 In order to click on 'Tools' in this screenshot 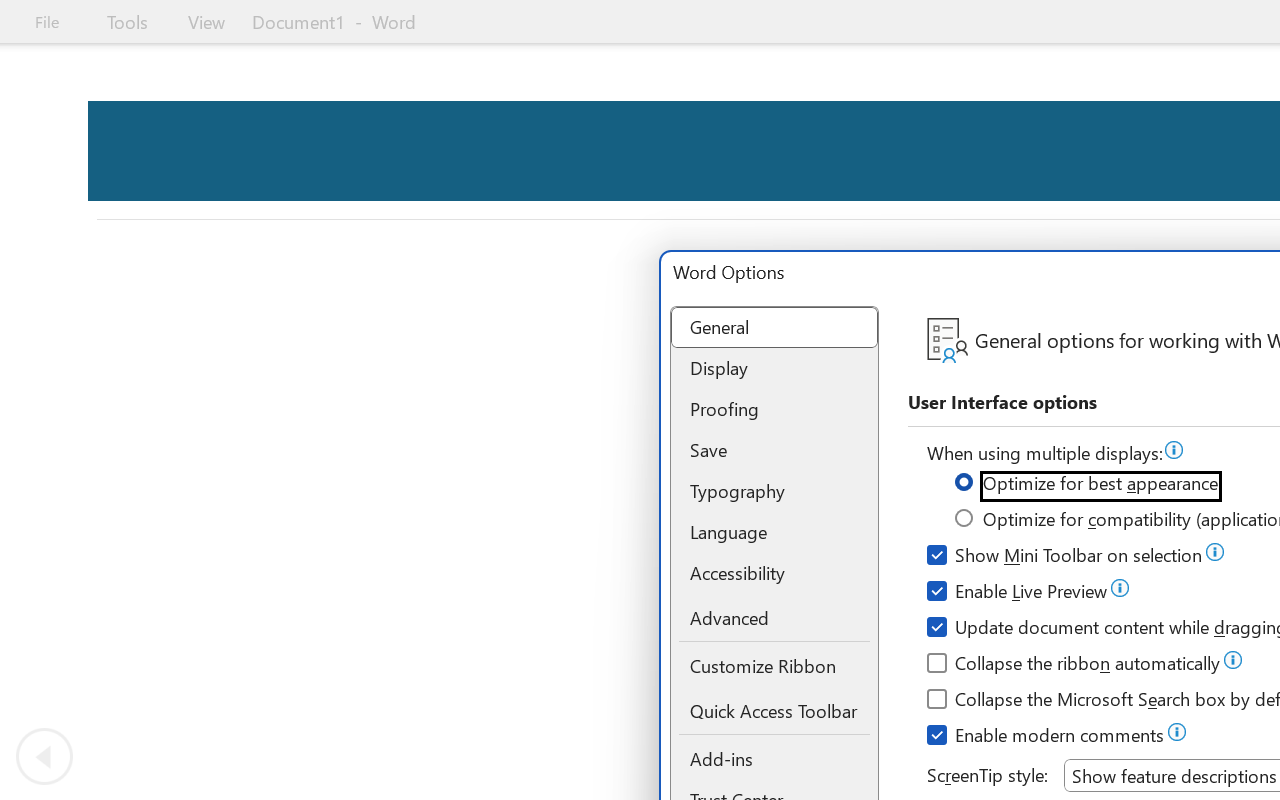, I will do `click(126, 21)`.